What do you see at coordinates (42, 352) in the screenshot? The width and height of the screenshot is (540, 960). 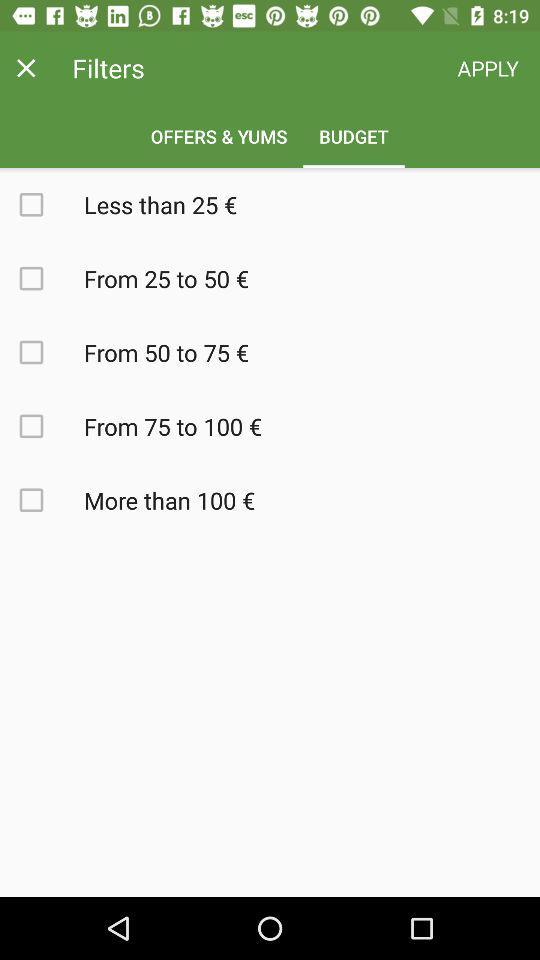 I see `from 50 to 70 pound option` at bounding box center [42, 352].